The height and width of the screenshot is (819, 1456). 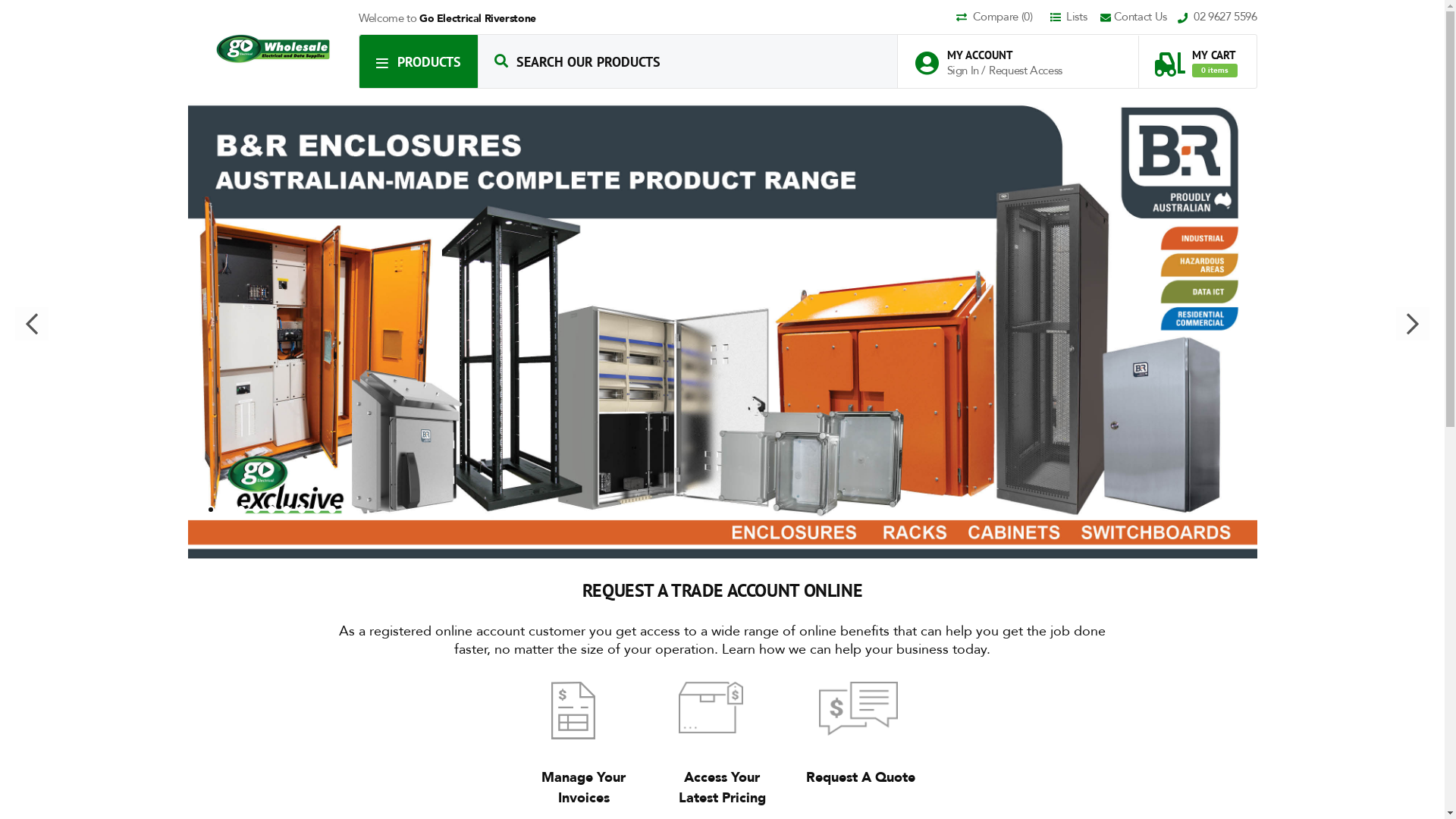 What do you see at coordinates (1411, 323) in the screenshot?
I see `'Next'` at bounding box center [1411, 323].